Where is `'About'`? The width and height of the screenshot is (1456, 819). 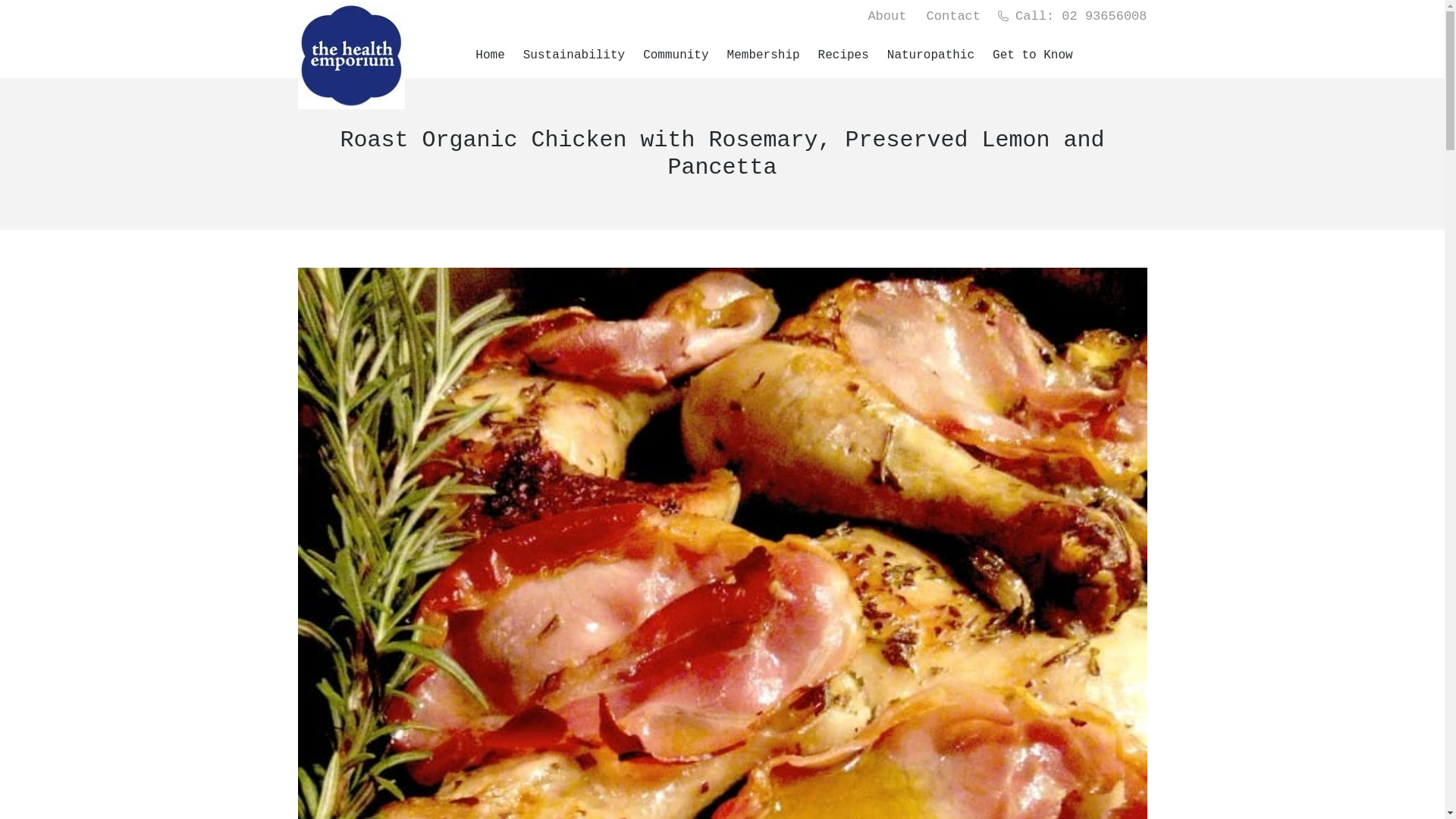
'About' is located at coordinates (867, 16).